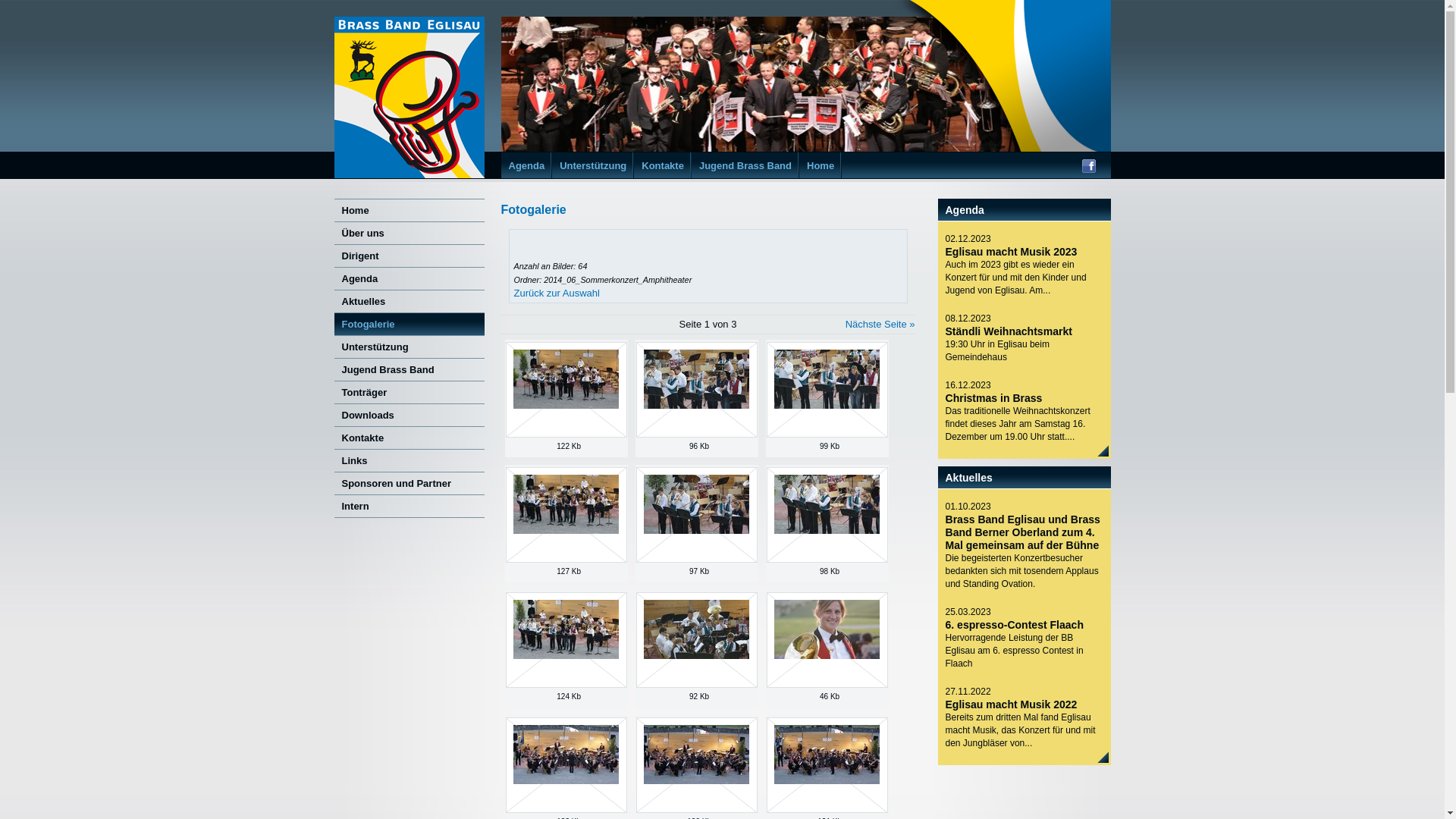 Image resolution: width=1456 pixels, height=819 pixels. I want to click on 'Links', so click(408, 459).